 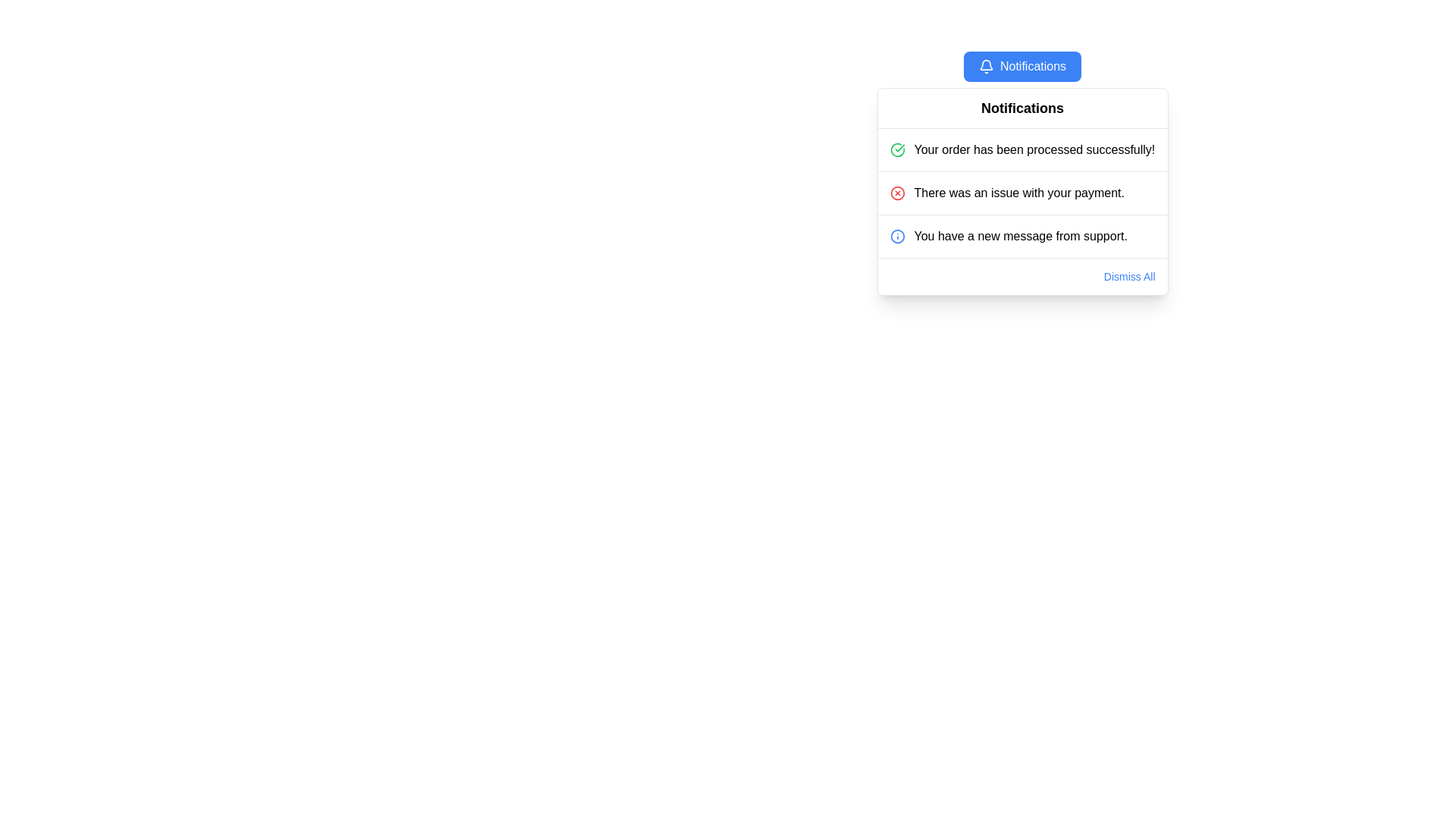 I want to click on the success icon at the start of the notification message indicating 'Your order has been processed successfully!', so click(x=897, y=149).